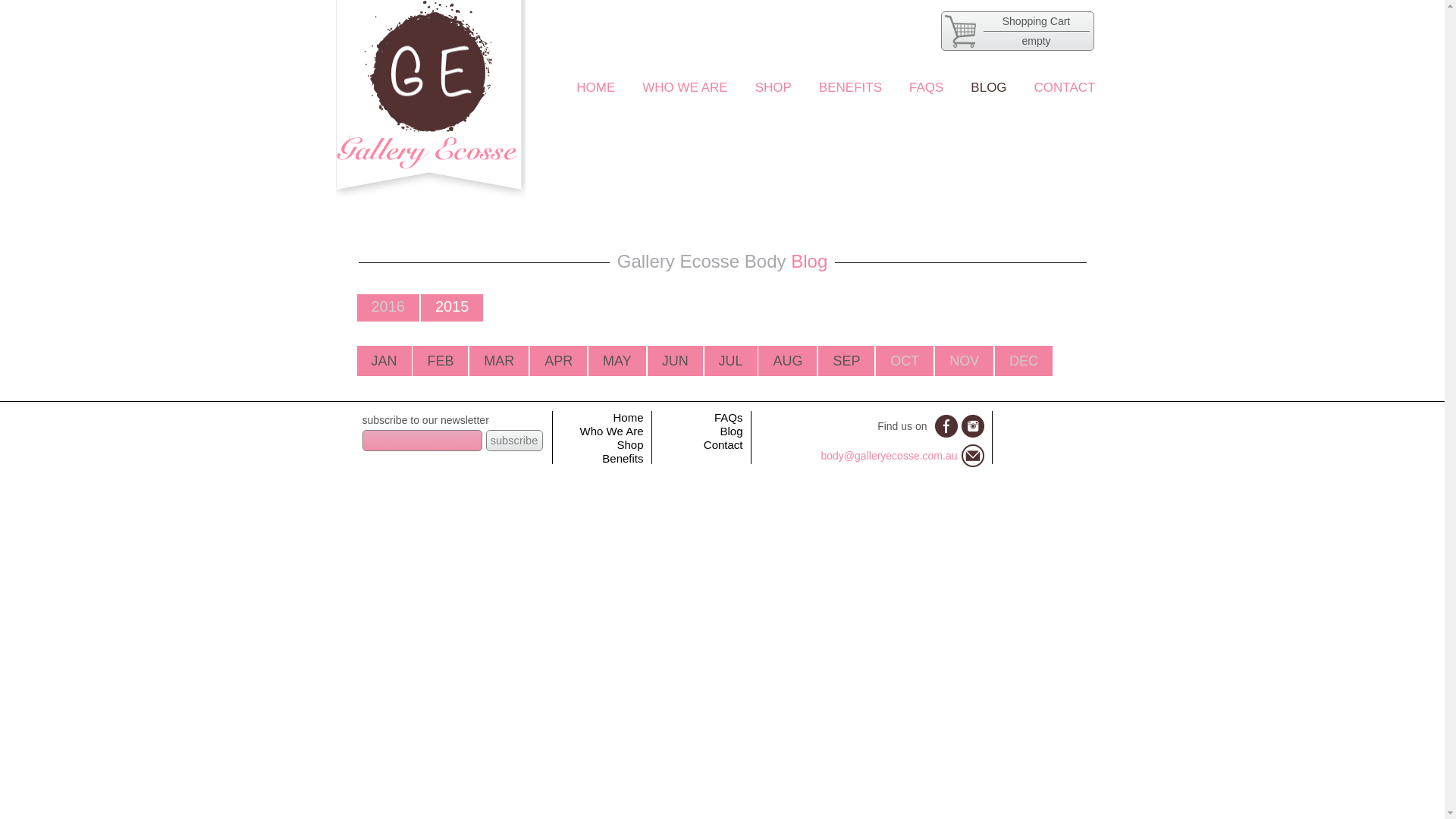  Describe the element at coordinates (557, 360) in the screenshot. I see `'APR'` at that location.